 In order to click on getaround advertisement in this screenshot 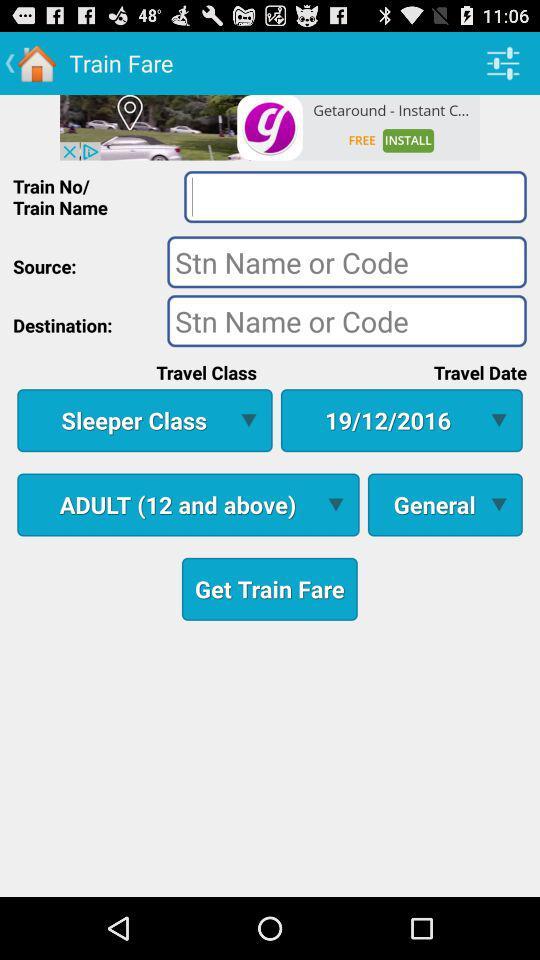, I will do `click(270, 126)`.